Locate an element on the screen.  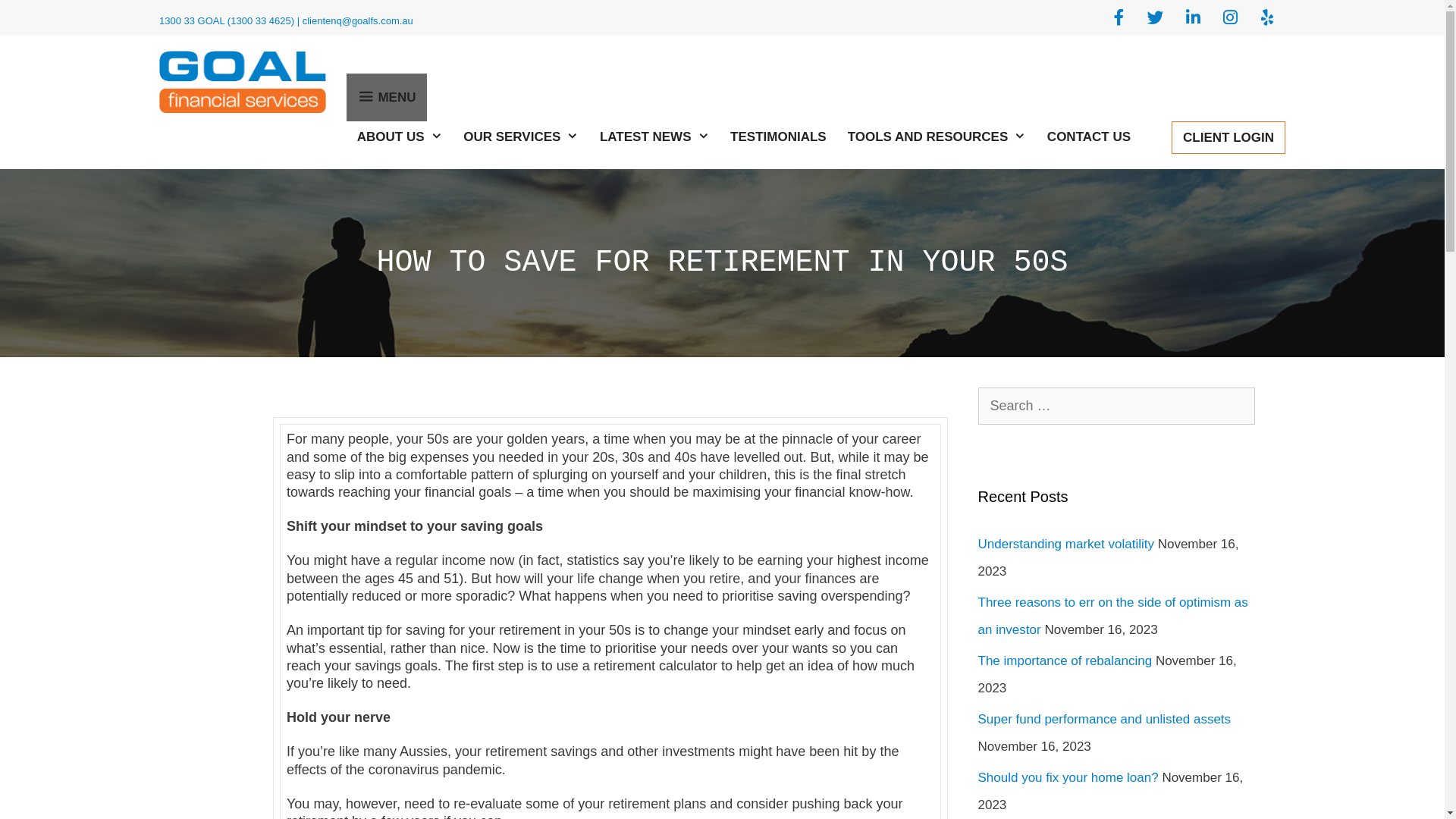
'OUR SERVICES' is located at coordinates (520, 136).